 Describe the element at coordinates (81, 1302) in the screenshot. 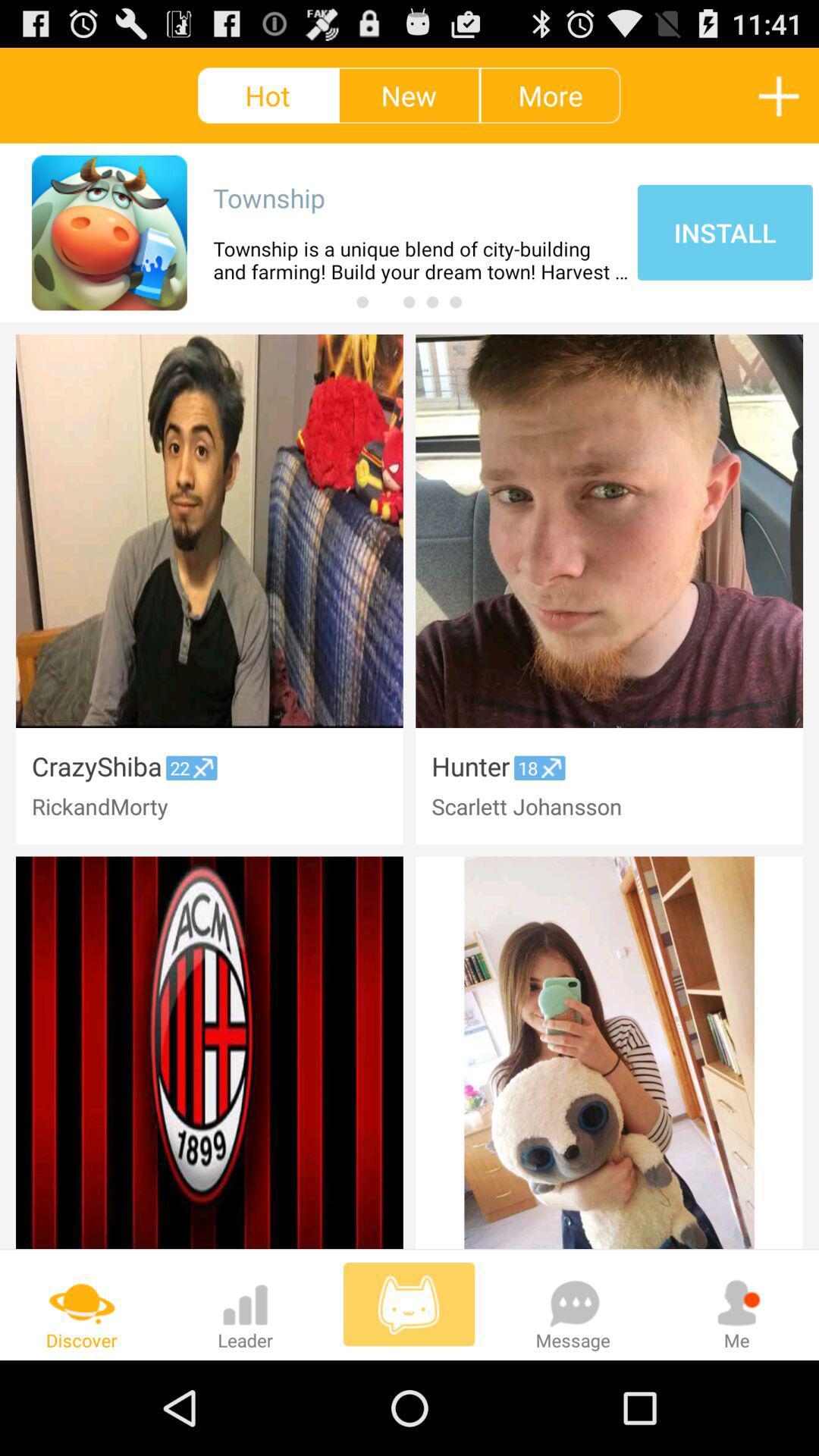

I see `the icon above discover` at that location.